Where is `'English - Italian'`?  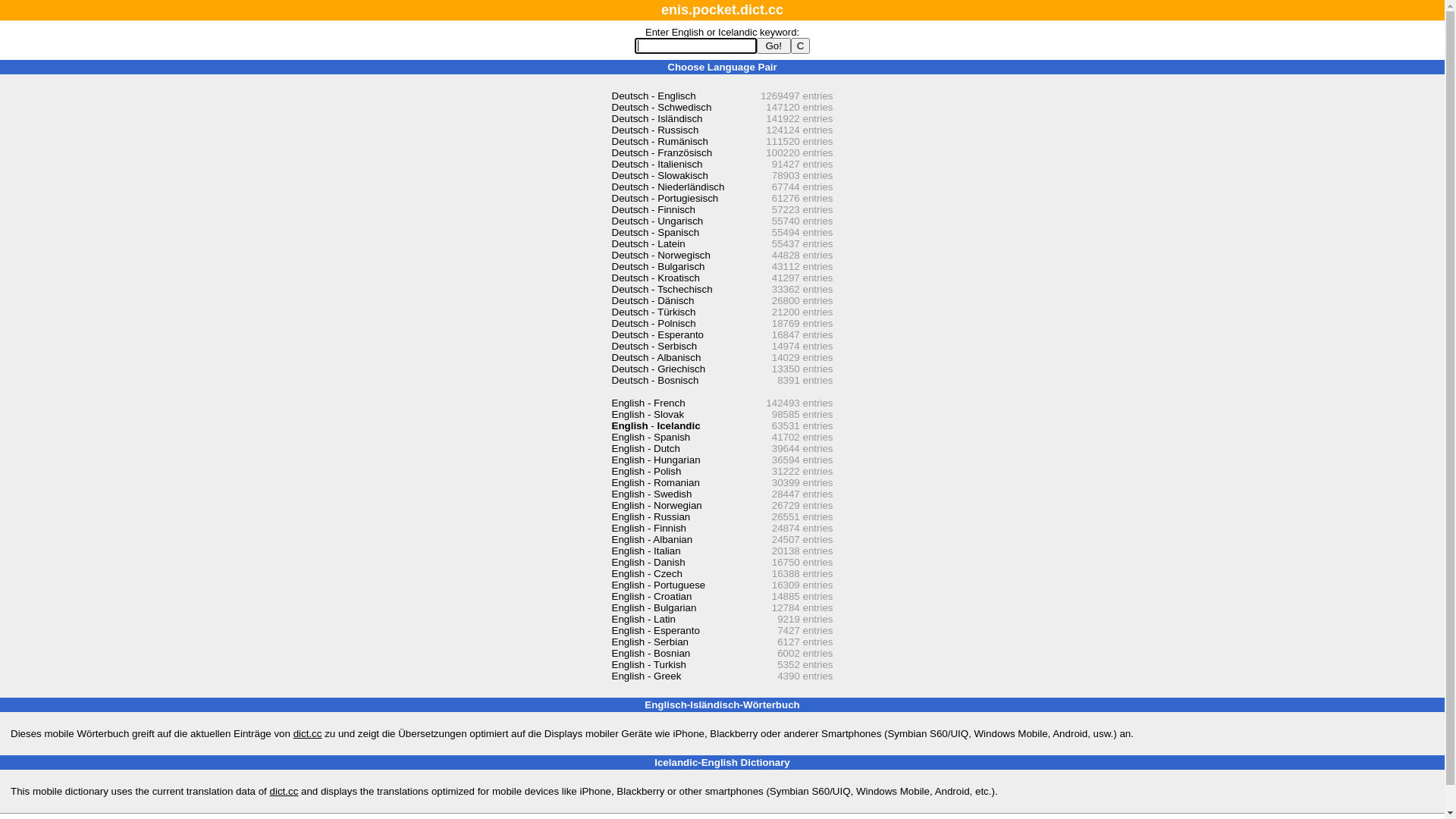
'English - Italian' is located at coordinates (645, 551).